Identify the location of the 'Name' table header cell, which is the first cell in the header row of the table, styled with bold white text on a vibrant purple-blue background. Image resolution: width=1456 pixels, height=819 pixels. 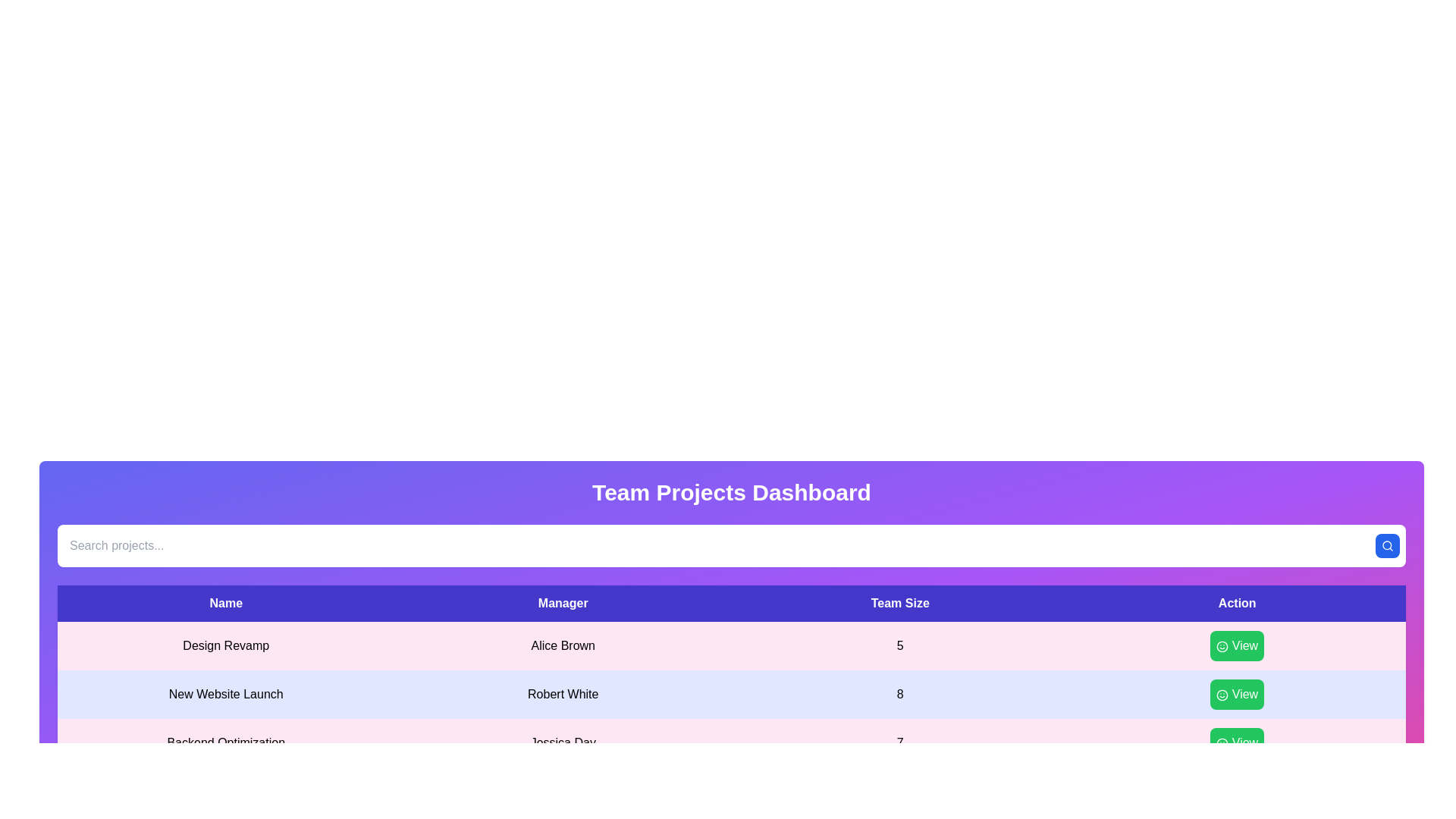
(225, 602).